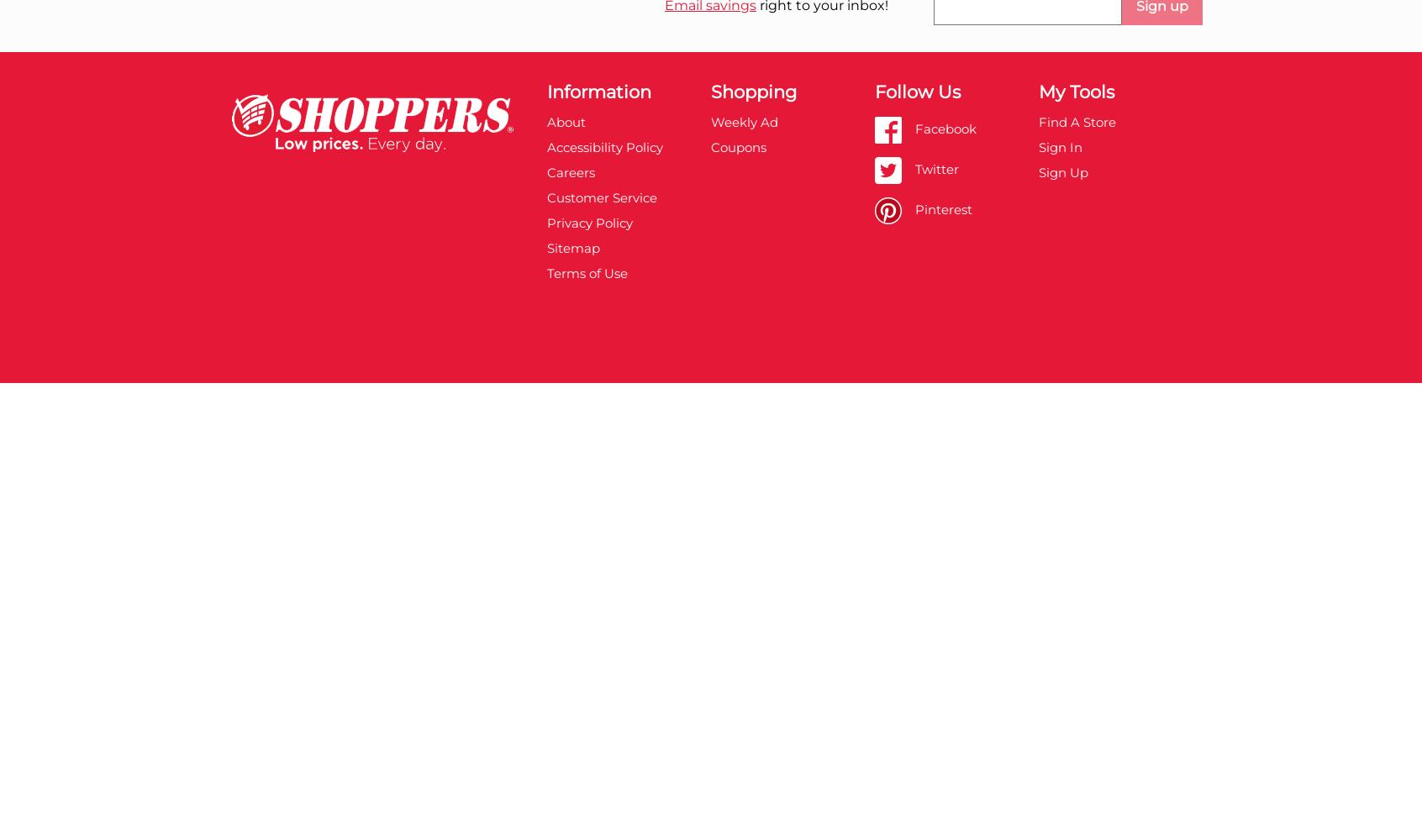 This screenshot has height=840, width=1422. I want to click on 'Coupons', so click(736, 146).